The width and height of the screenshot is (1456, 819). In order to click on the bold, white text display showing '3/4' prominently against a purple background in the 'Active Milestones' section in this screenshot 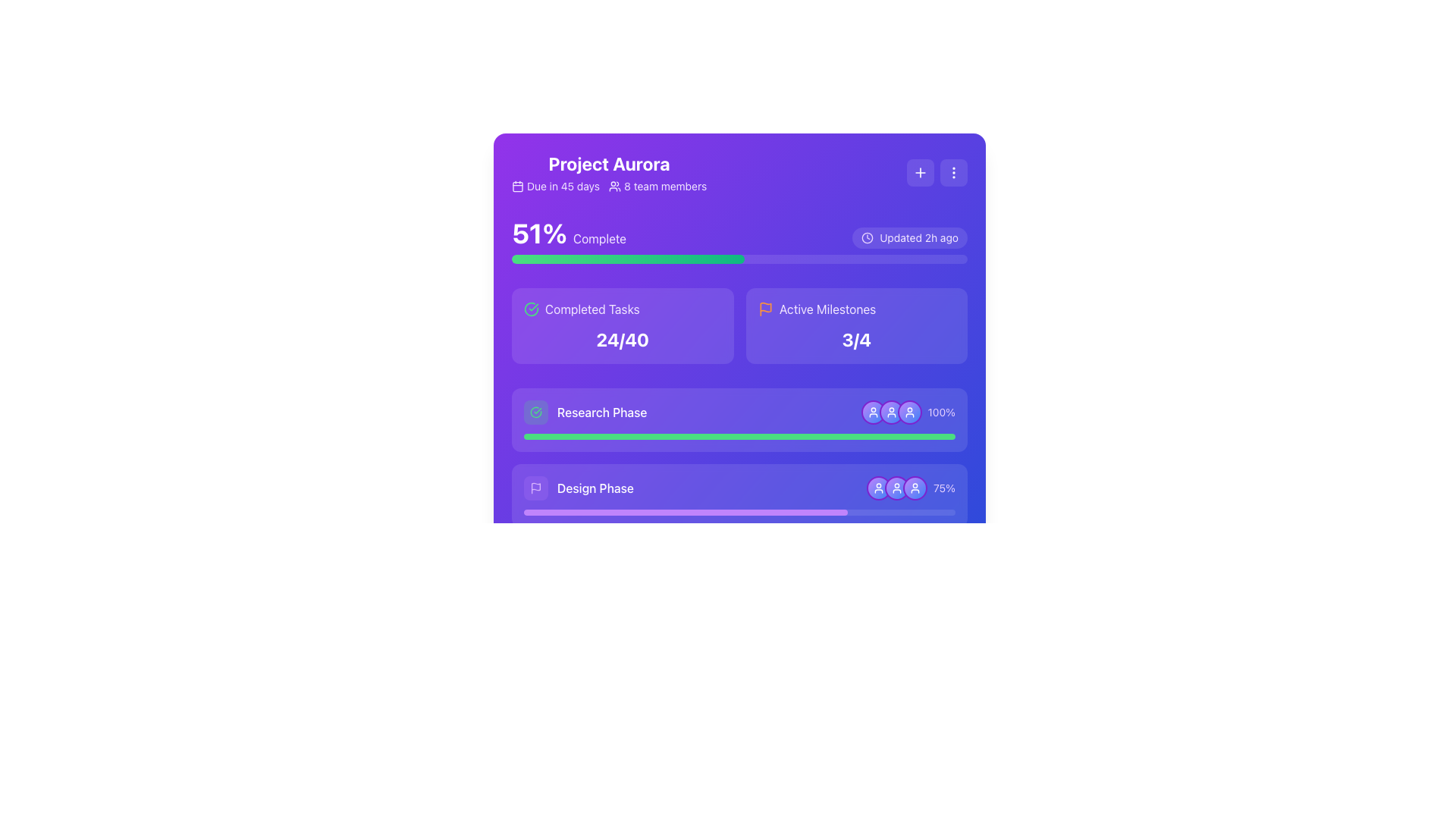, I will do `click(856, 338)`.